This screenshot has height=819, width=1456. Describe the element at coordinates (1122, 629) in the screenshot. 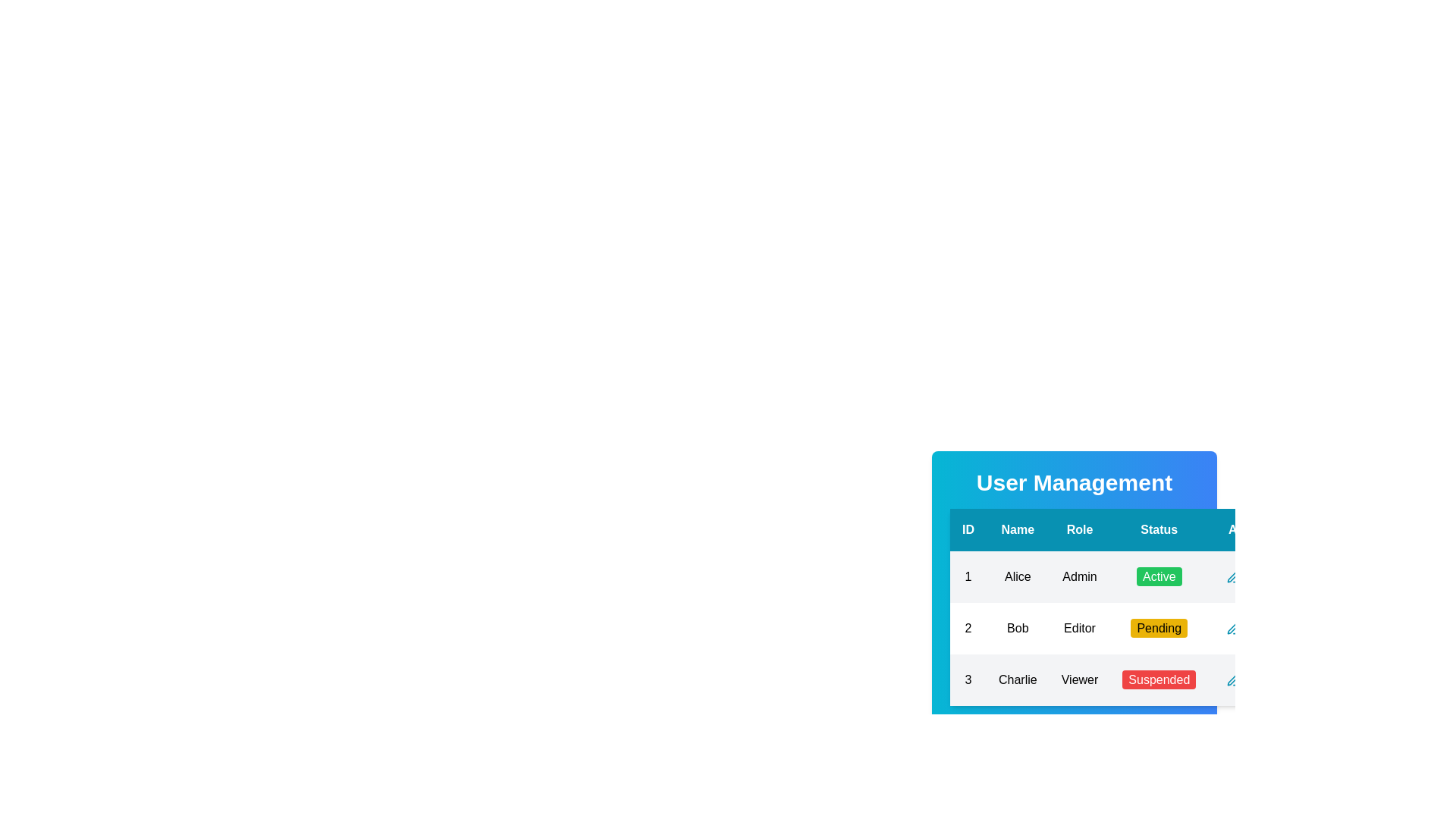

I see `the second data row in the user management table that contains ID '2', Name 'Bob', Role 'Editor', and Status 'Pending'` at that location.